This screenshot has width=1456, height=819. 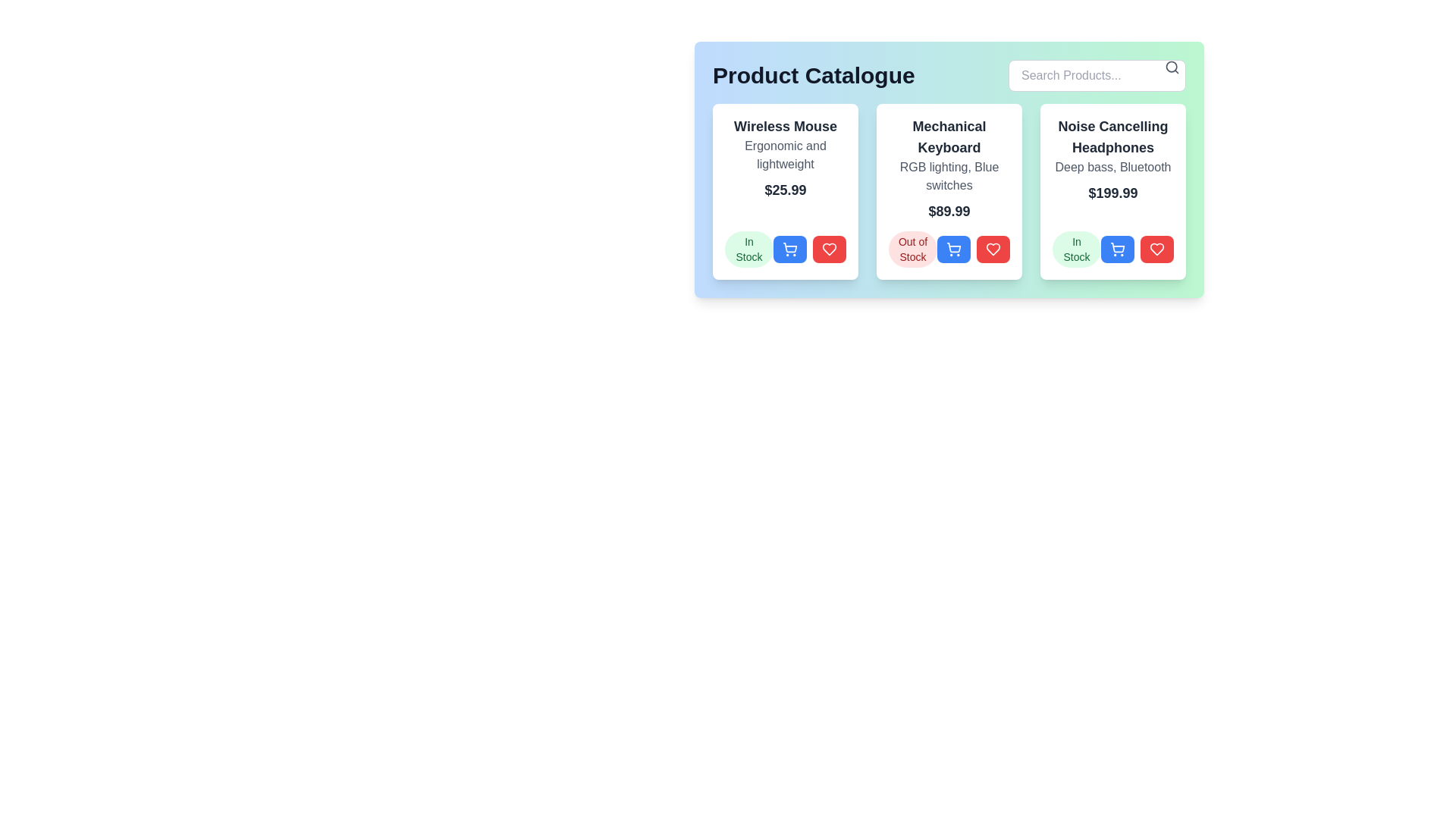 What do you see at coordinates (813, 76) in the screenshot?
I see `title of the prominent heading text element displaying 'Product Catalogue' located at the top left of the card-like section in the interface` at bounding box center [813, 76].